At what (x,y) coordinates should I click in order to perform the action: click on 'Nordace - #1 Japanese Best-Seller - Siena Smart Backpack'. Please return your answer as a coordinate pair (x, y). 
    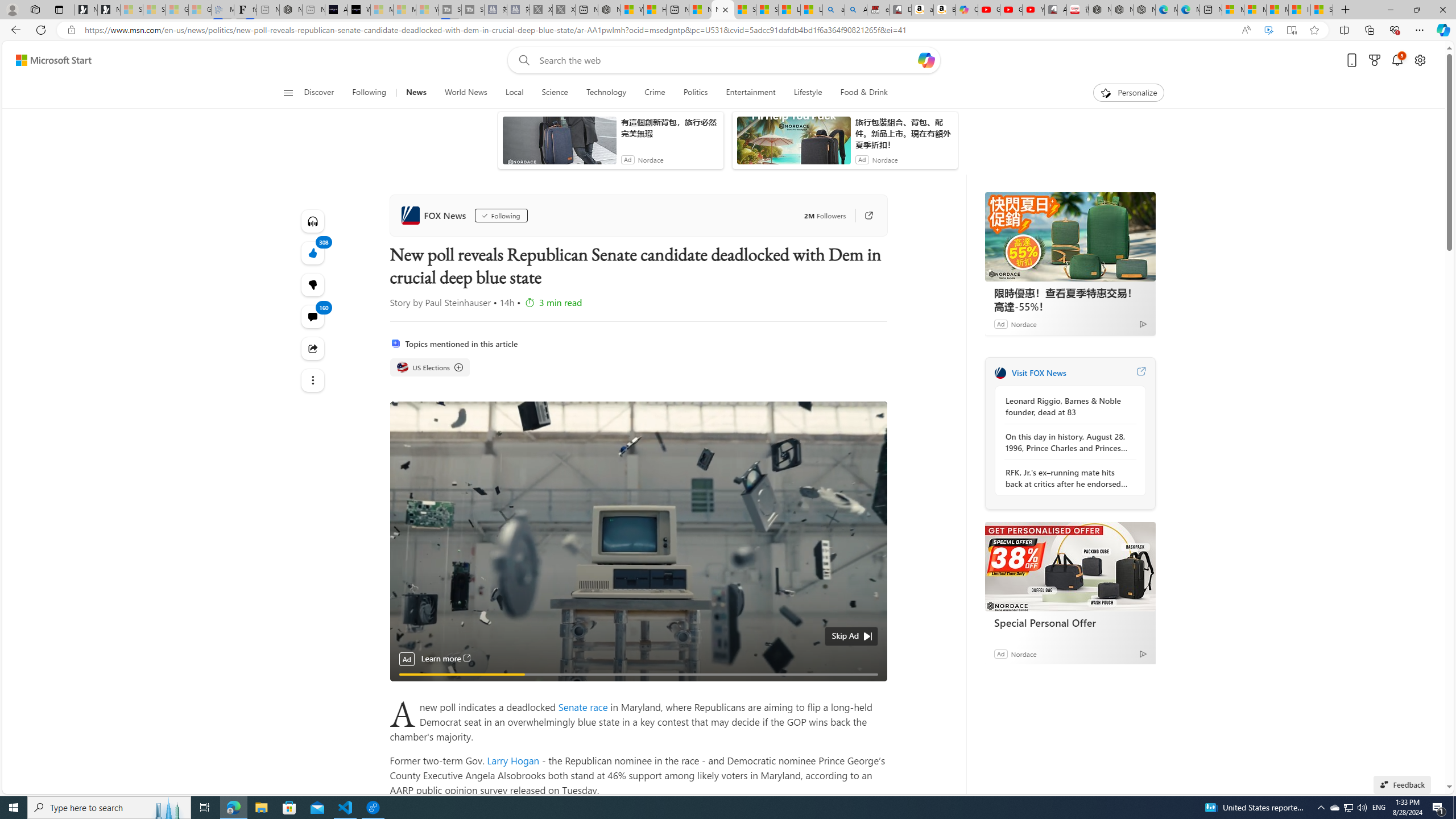
    Looking at the image, I should click on (291, 9).